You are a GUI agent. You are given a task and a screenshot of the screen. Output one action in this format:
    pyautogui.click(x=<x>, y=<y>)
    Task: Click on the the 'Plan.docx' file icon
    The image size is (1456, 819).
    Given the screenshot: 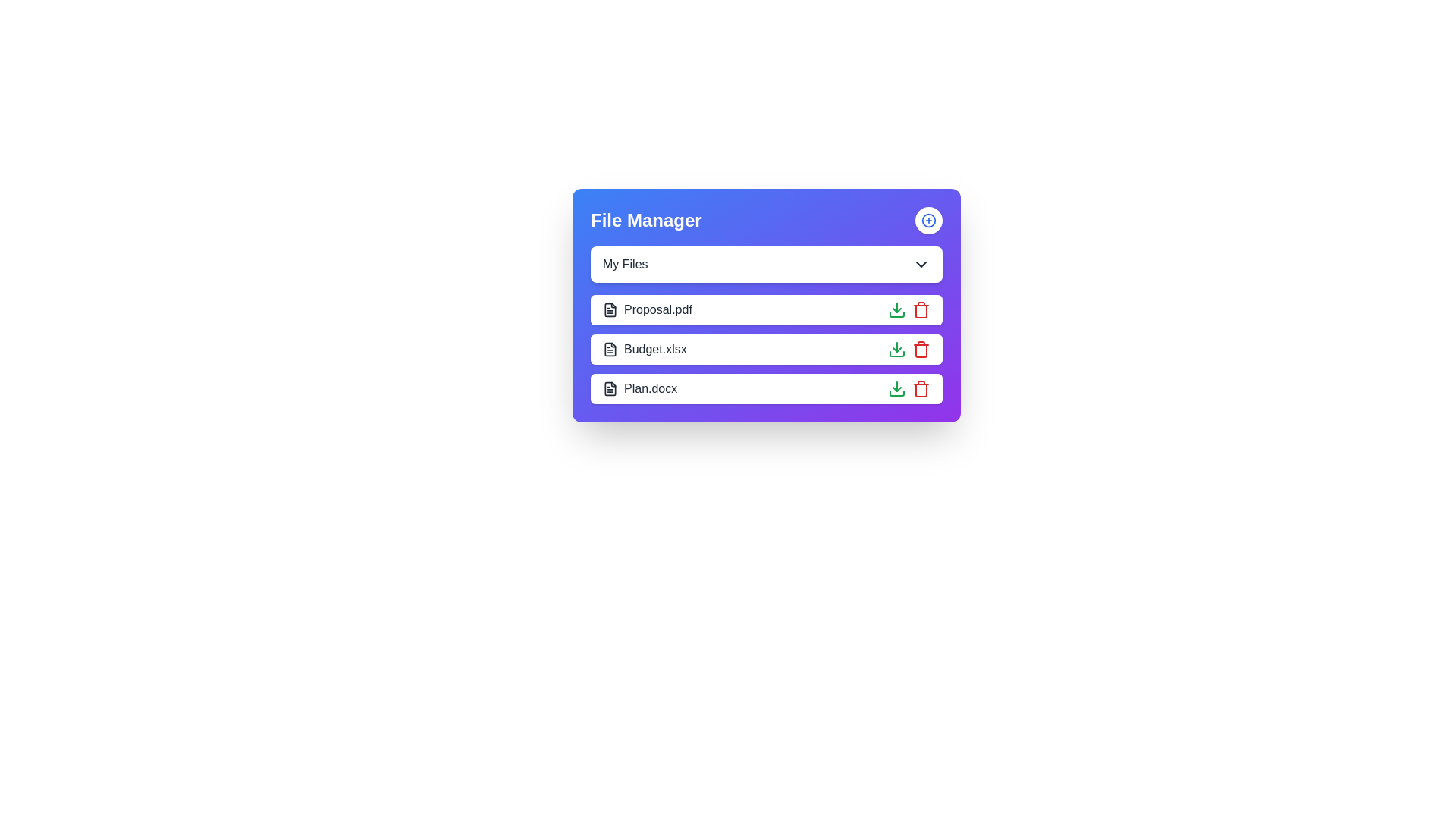 What is the action you would take?
    pyautogui.click(x=610, y=388)
    